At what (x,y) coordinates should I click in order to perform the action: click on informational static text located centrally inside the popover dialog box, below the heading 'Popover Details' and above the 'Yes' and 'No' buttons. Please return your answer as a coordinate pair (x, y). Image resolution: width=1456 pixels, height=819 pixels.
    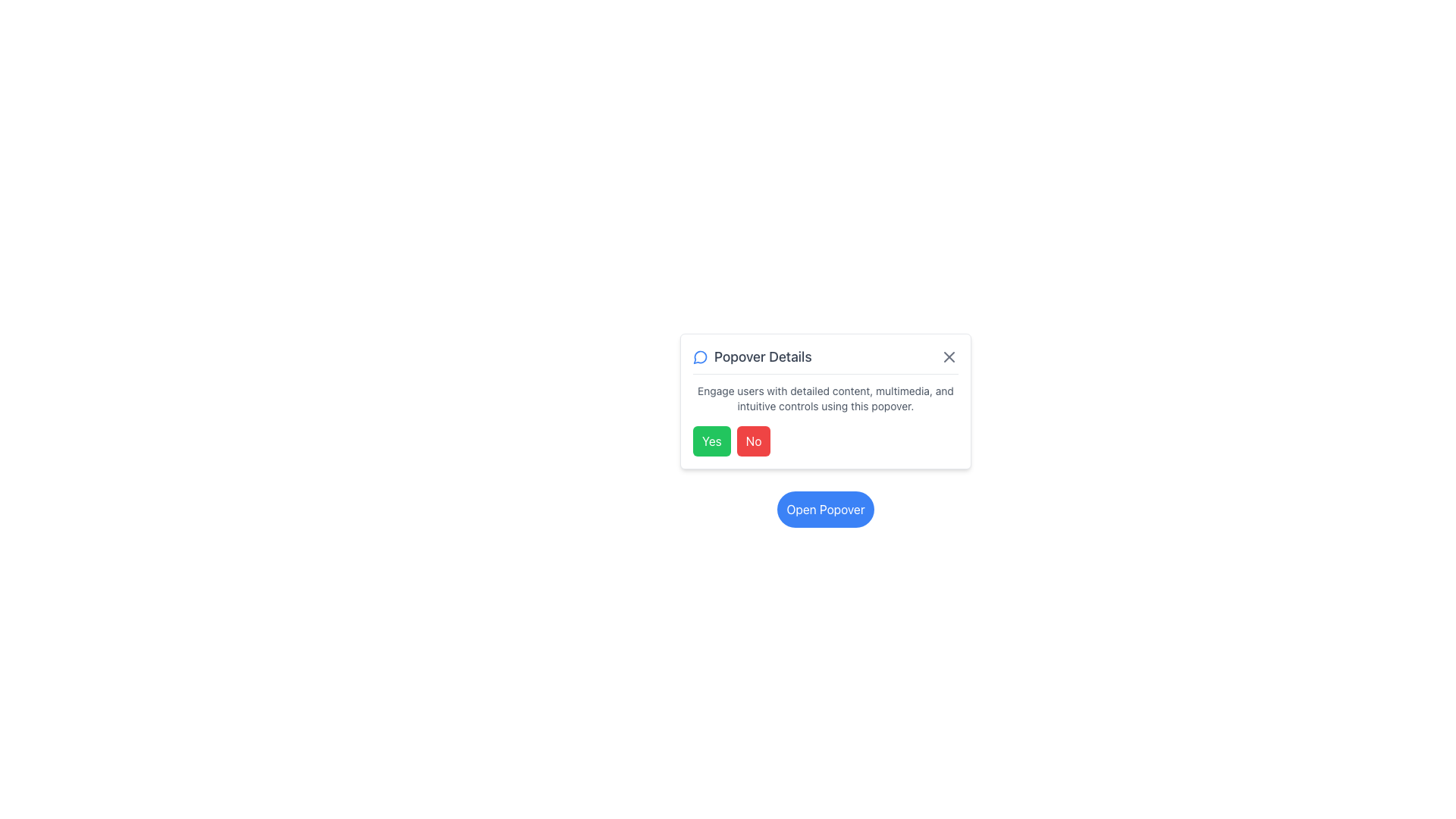
    Looking at the image, I should click on (825, 397).